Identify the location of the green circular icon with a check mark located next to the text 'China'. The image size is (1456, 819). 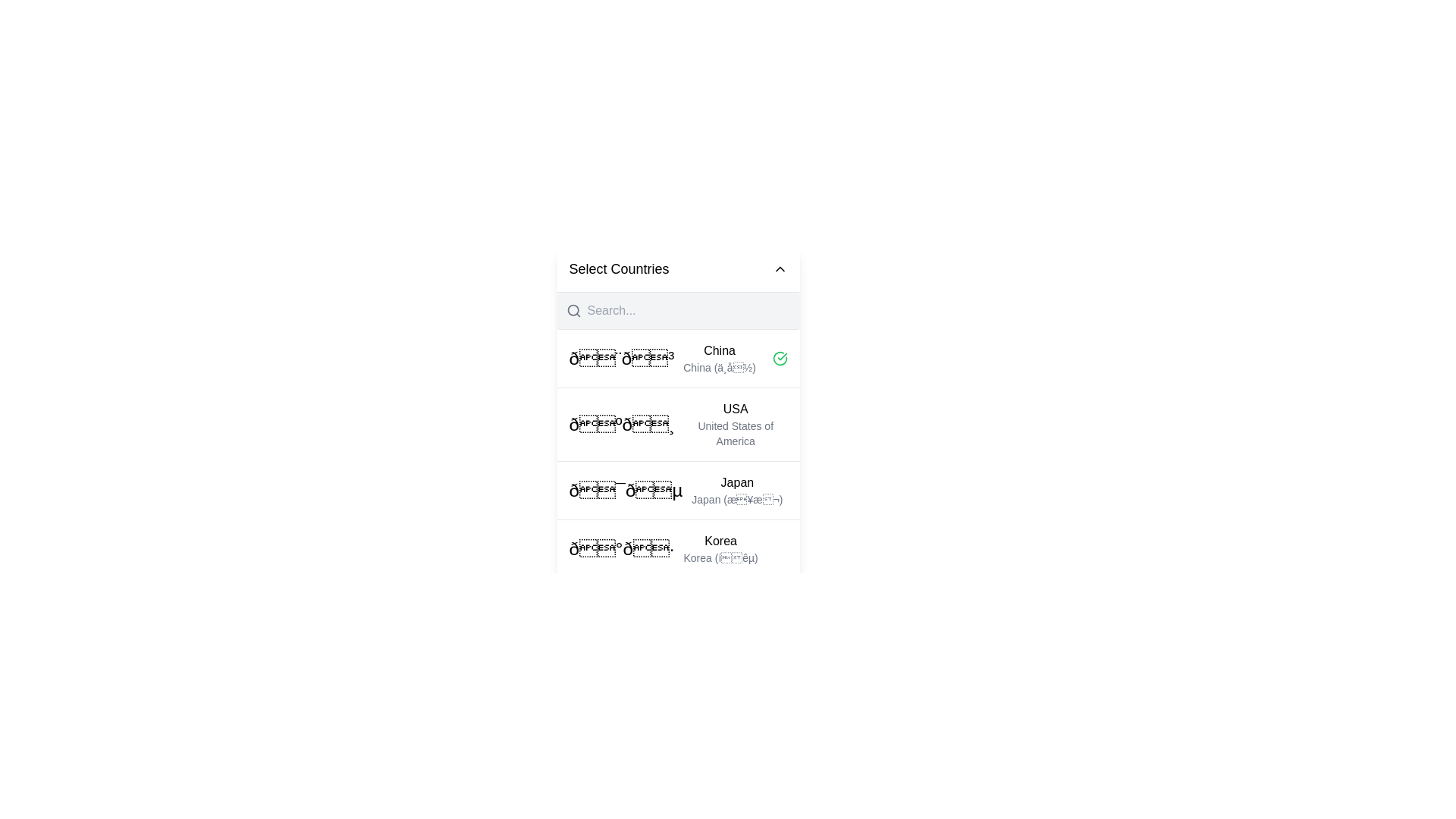
(780, 359).